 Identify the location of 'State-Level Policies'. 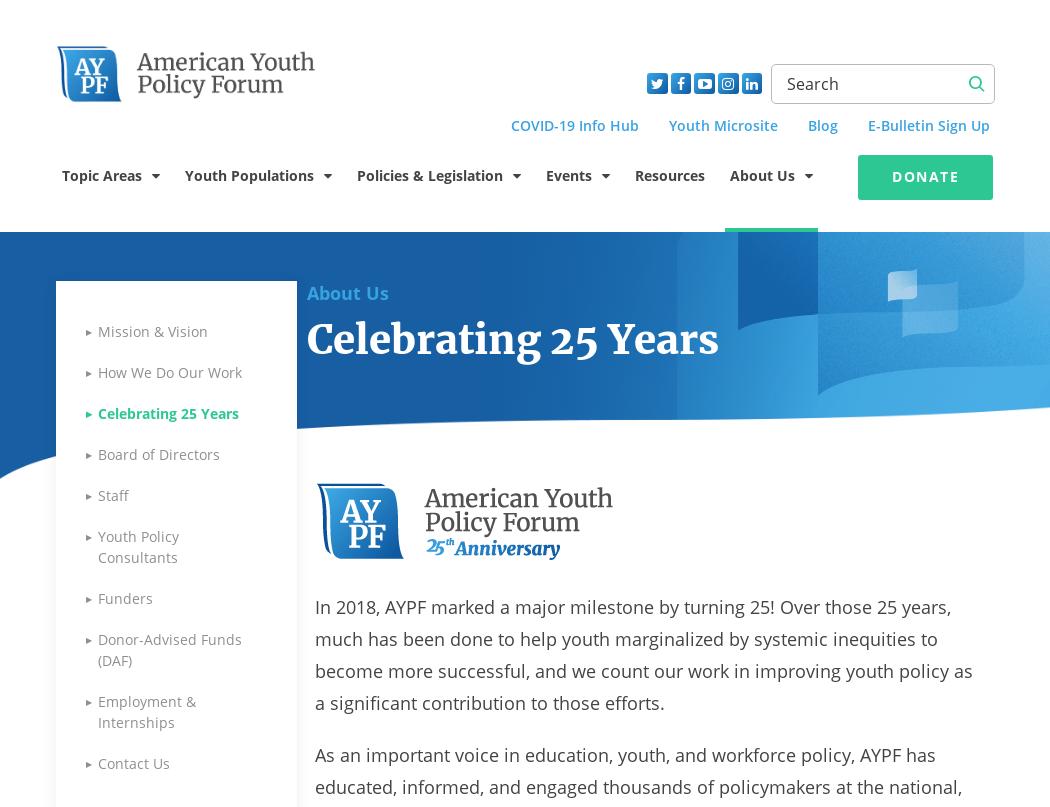
(441, 787).